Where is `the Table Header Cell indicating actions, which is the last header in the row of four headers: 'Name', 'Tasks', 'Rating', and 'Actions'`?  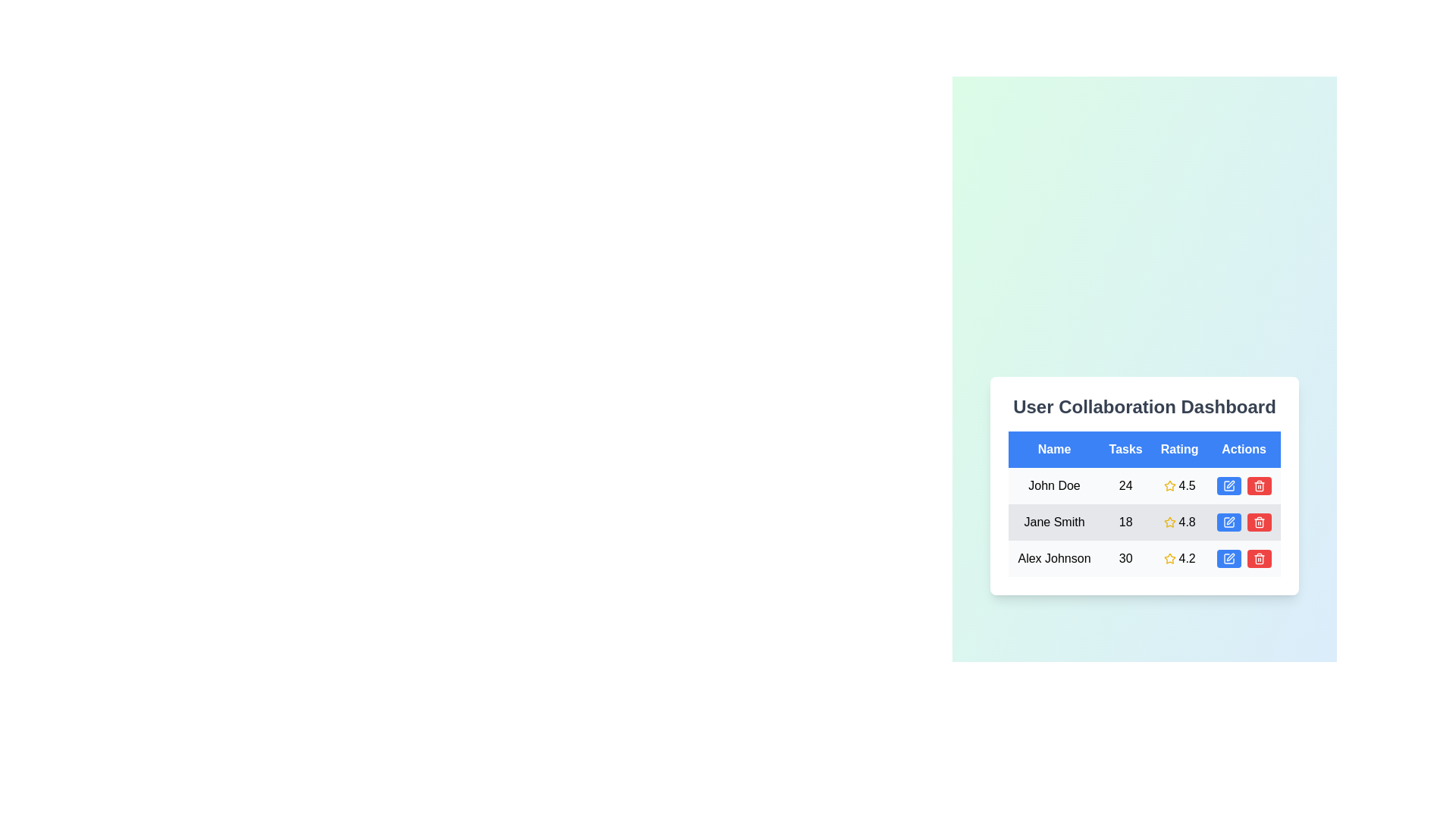 the Table Header Cell indicating actions, which is the last header in the row of four headers: 'Name', 'Tasks', 'Rating', and 'Actions' is located at coordinates (1244, 449).